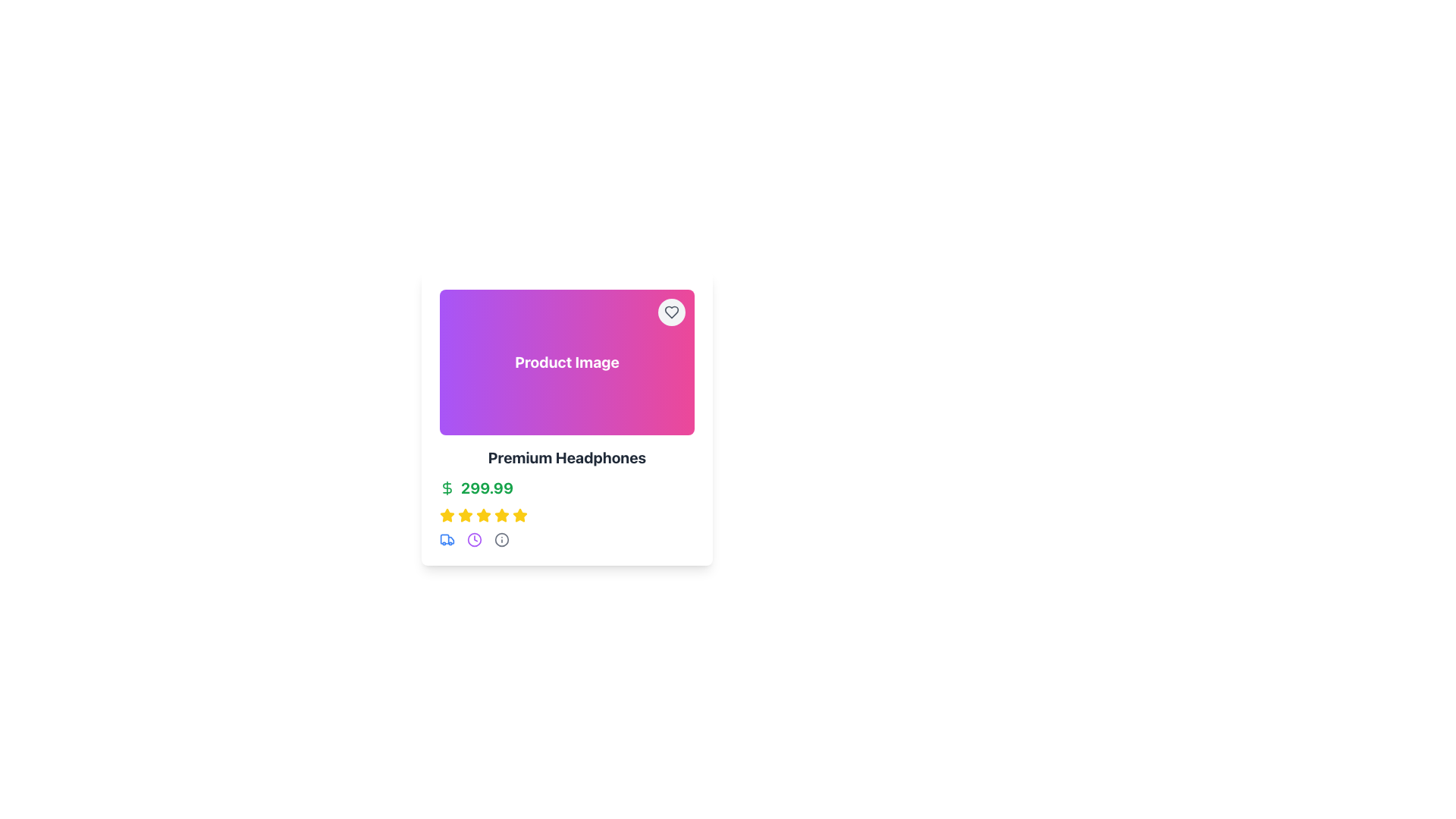  I want to click on the circular button with a gray background and heart icon located at the top-right corner of the product image card, so click(671, 312).